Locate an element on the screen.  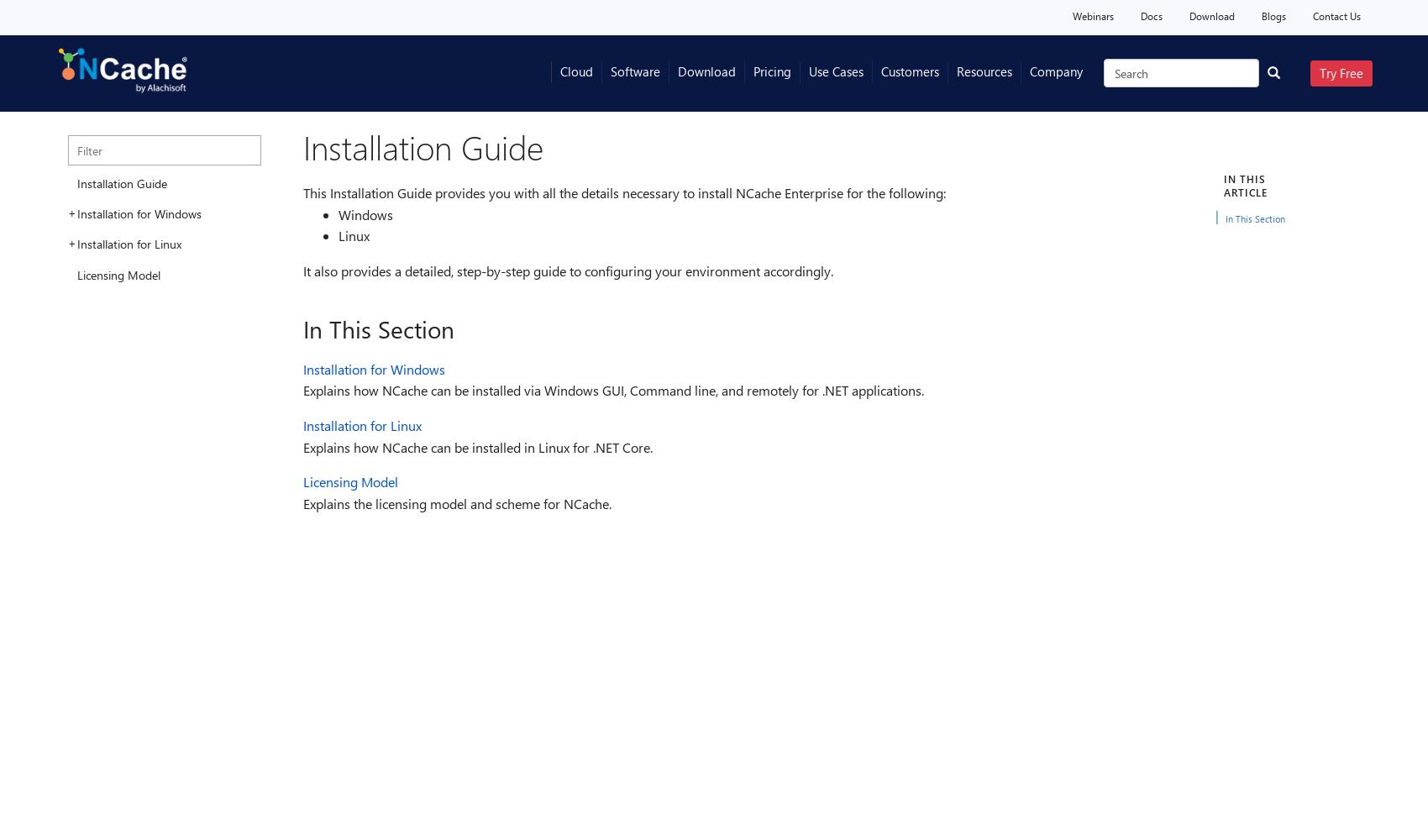
'Use Cases' is located at coordinates (835, 71).